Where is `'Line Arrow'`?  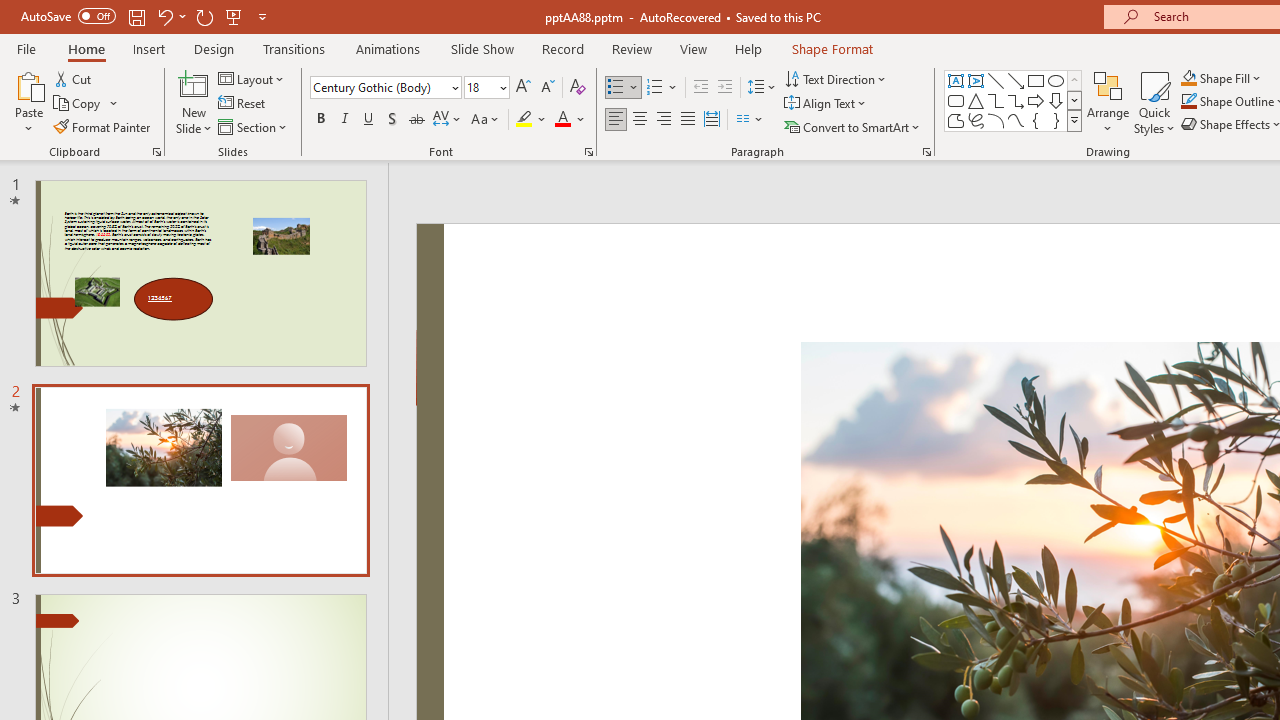 'Line Arrow' is located at coordinates (1016, 80).